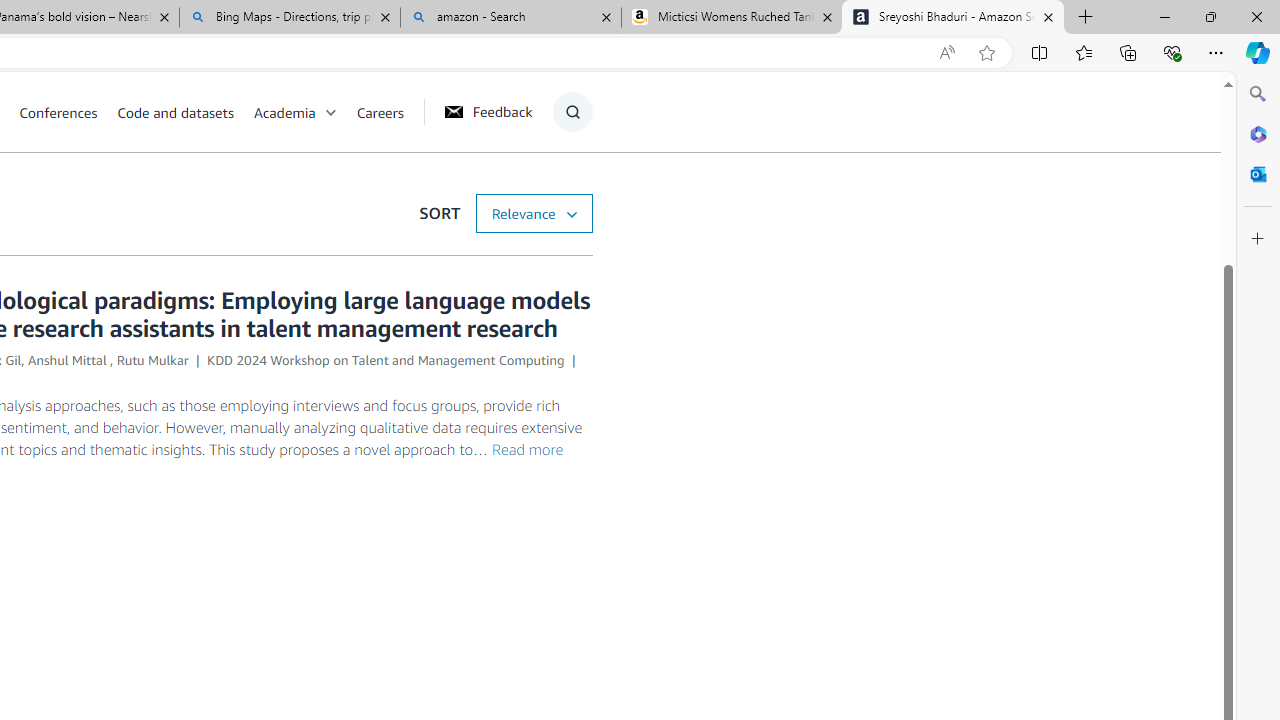 This screenshot has height=720, width=1280. What do you see at coordinates (389, 111) in the screenshot?
I see `'Careers'` at bounding box center [389, 111].